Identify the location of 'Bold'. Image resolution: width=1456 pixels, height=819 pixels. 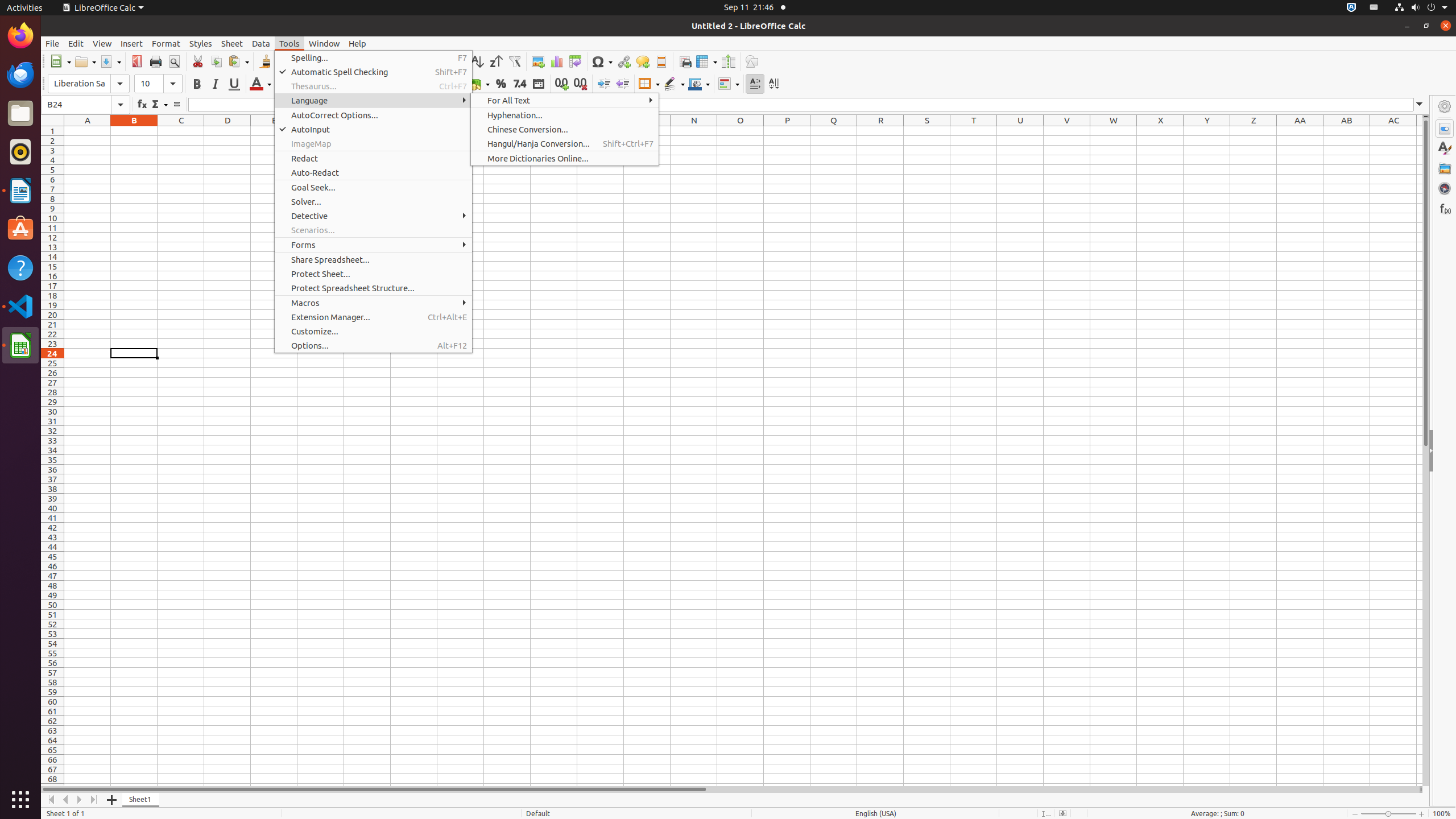
(196, 83).